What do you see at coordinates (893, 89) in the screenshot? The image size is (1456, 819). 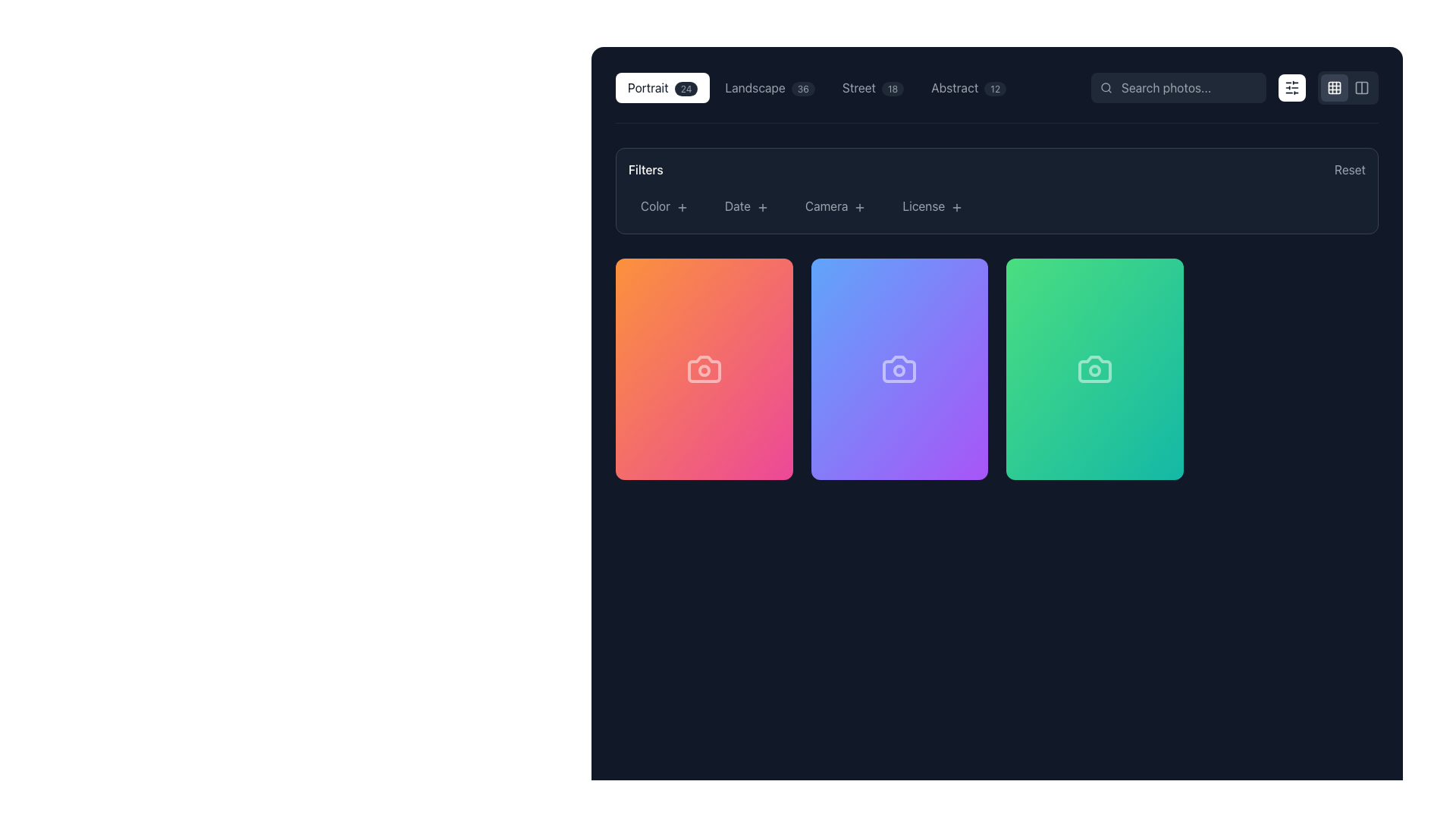 I see `the label or badge displaying additional information related to the 'Street' label, which is located to the right of the word 'Street' in the horizontal toolbar at the top of the interface` at bounding box center [893, 89].